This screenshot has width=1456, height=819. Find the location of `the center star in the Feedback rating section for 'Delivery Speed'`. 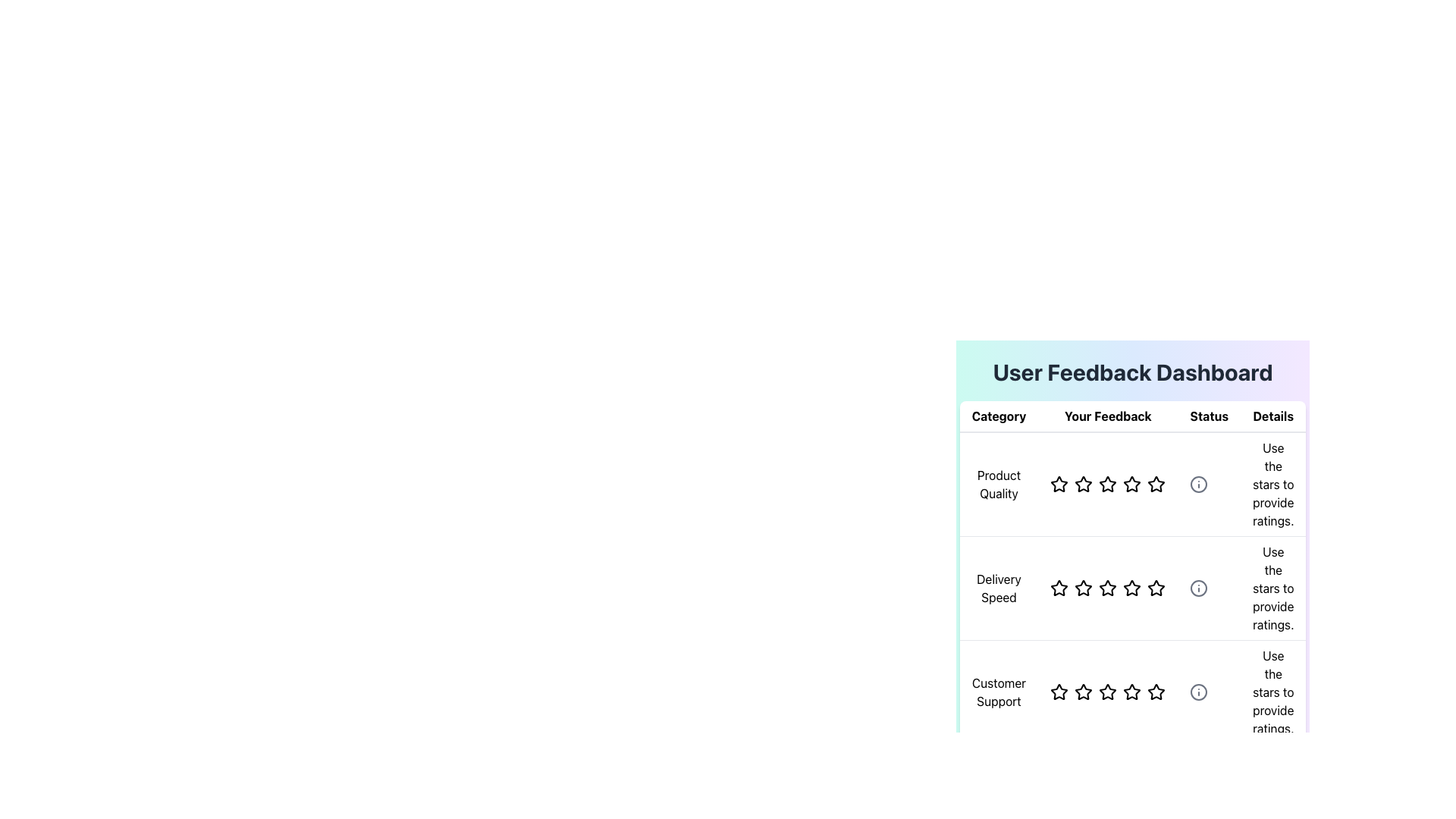

the center star in the Feedback rating section for 'Delivery Speed' is located at coordinates (1132, 587).